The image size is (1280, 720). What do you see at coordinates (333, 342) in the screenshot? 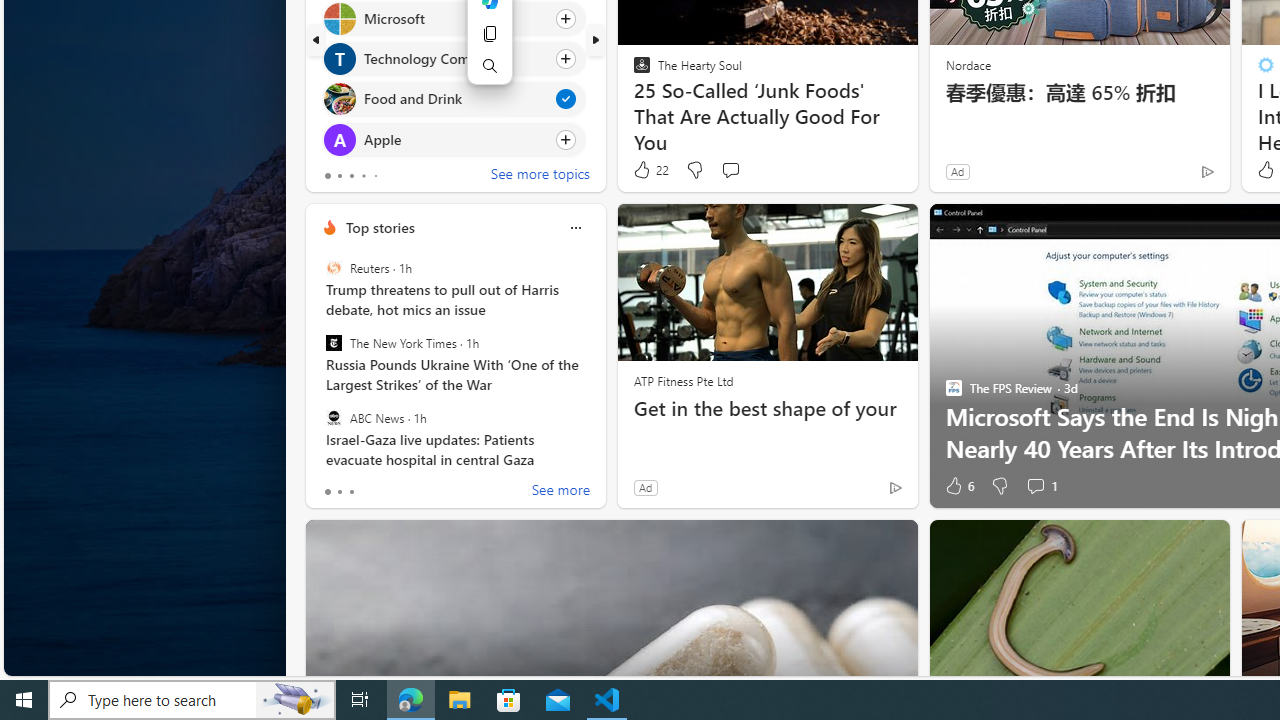
I see `'The New York Times'` at bounding box center [333, 342].